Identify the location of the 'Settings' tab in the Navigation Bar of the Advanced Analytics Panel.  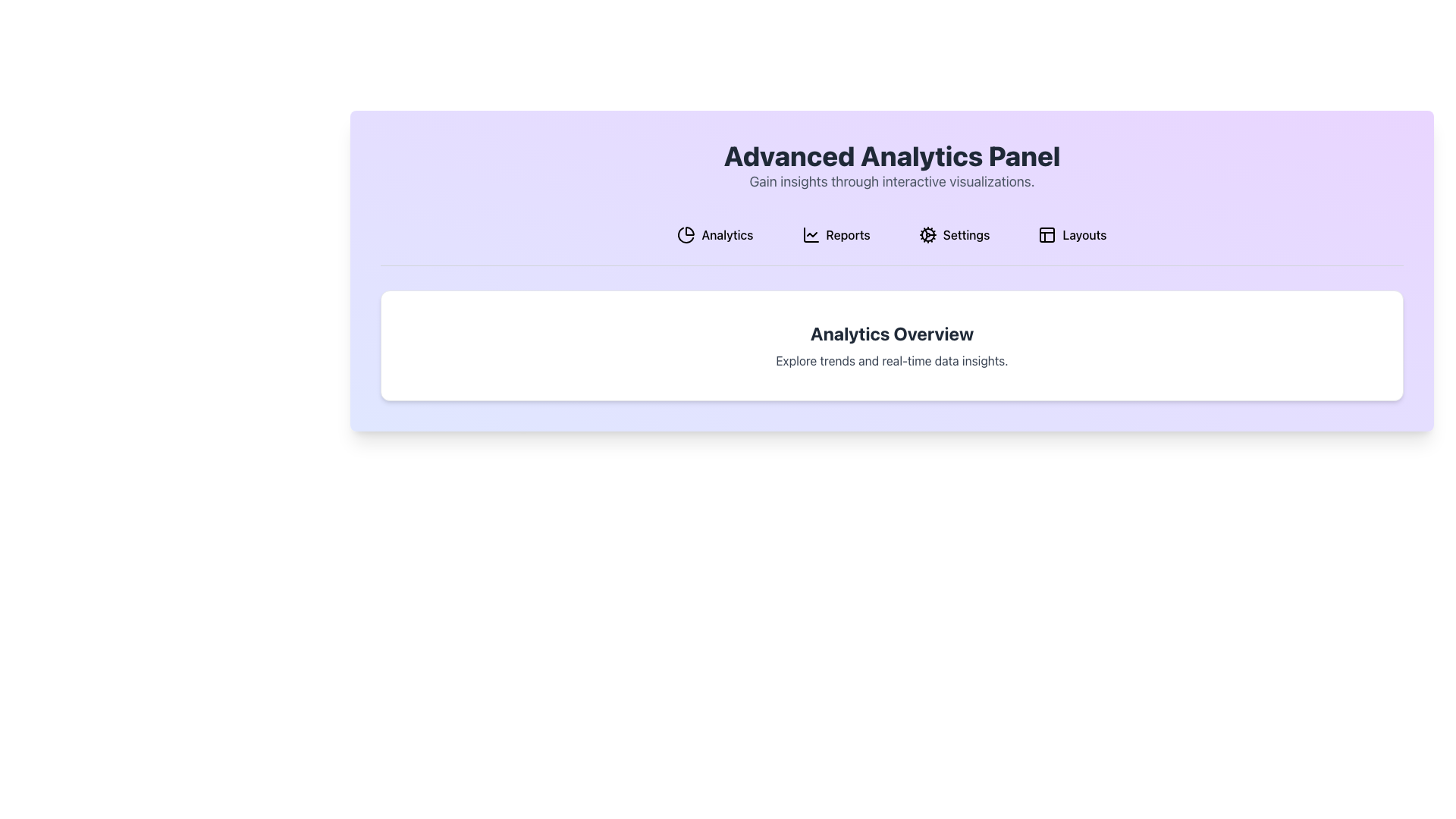
(892, 240).